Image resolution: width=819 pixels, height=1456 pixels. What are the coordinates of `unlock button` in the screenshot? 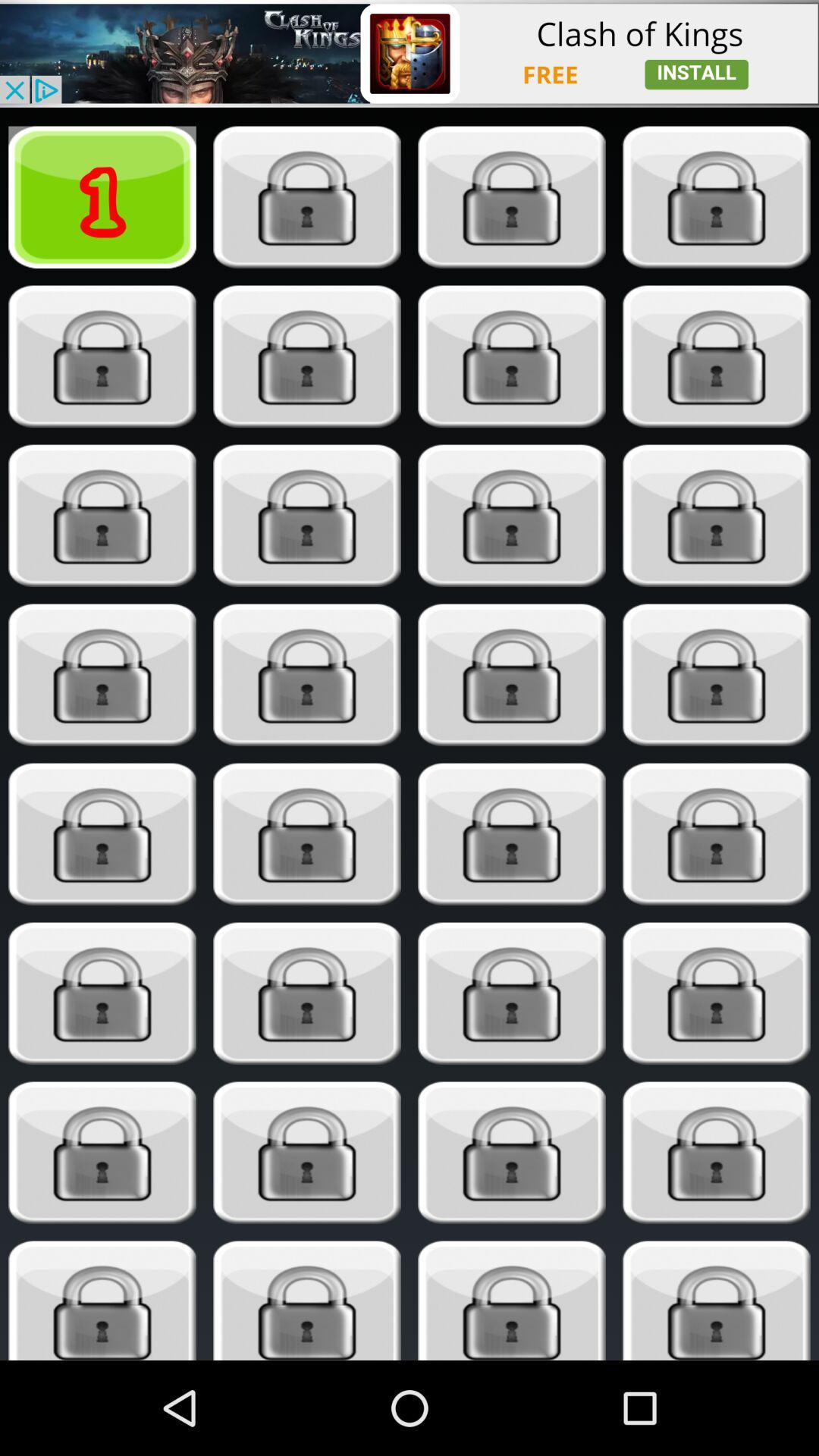 It's located at (512, 993).